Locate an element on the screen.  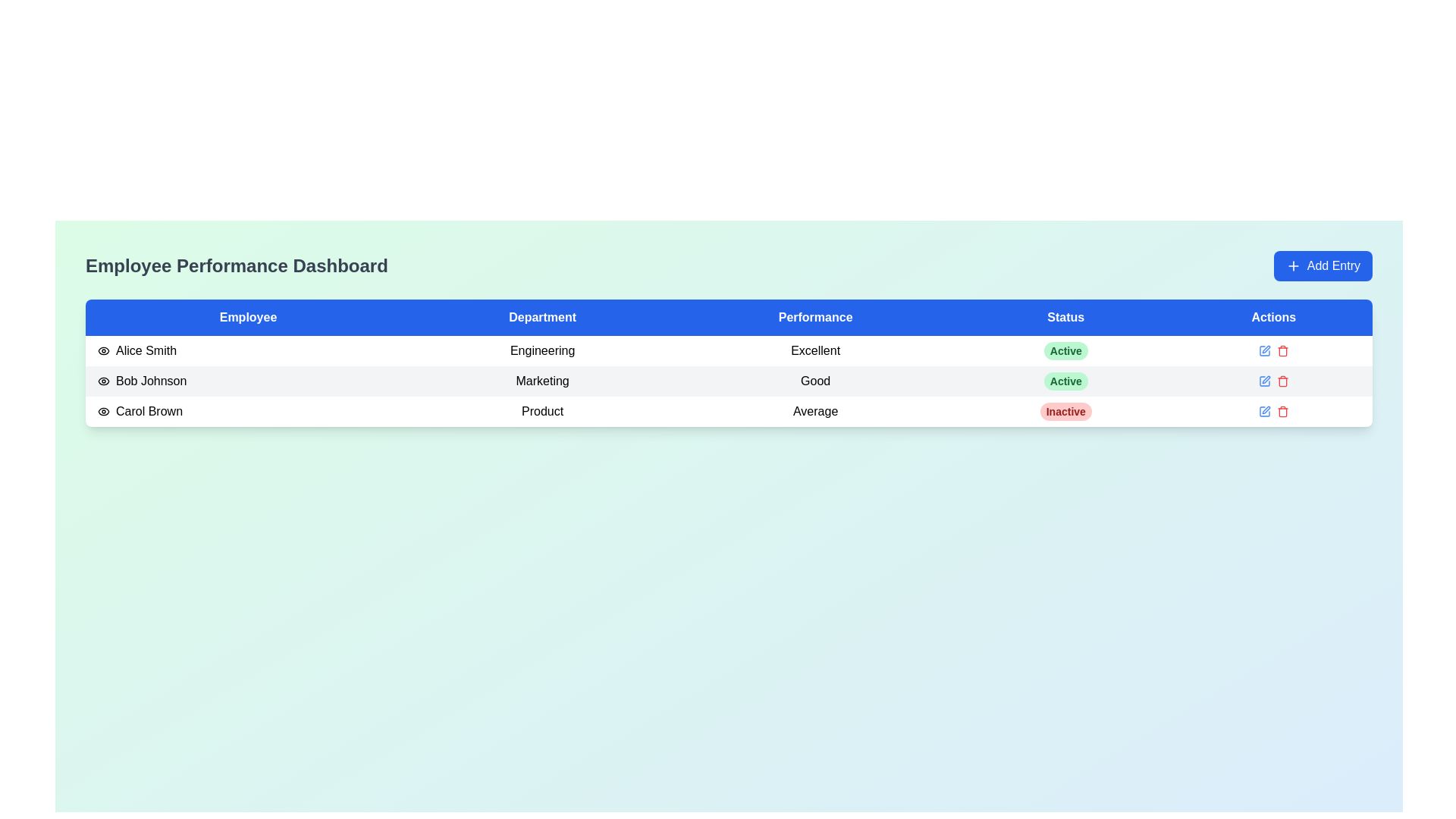
text content of the centered text label displaying 'Product' located in the third row of the tabular layout under the 'Department' column is located at coordinates (542, 412).